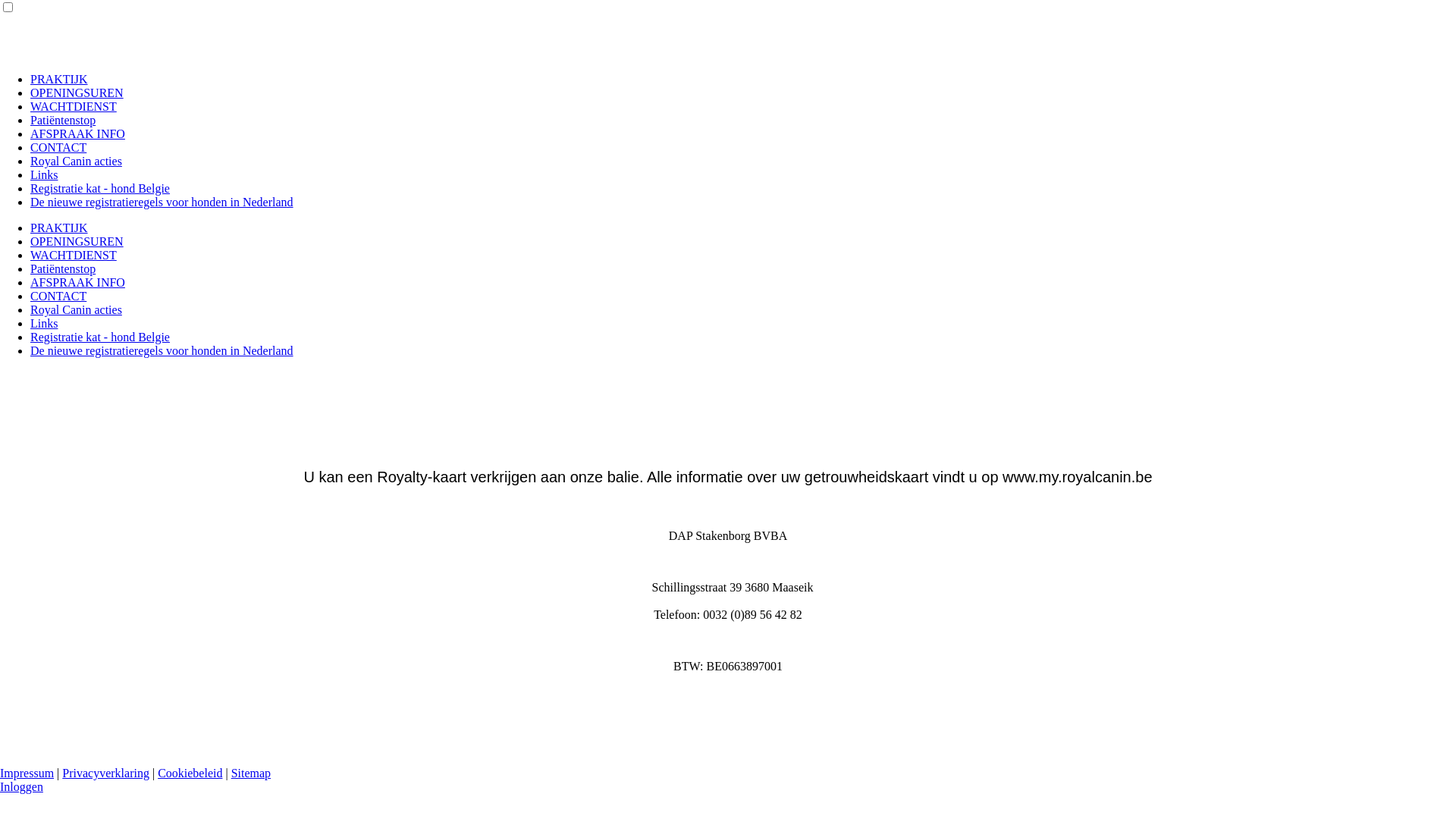 The width and height of the screenshot is (1456, 819). Describe the element at coordinates (76, 93) in the screenshot. I see `'OPENINGSUREN'` at that location.